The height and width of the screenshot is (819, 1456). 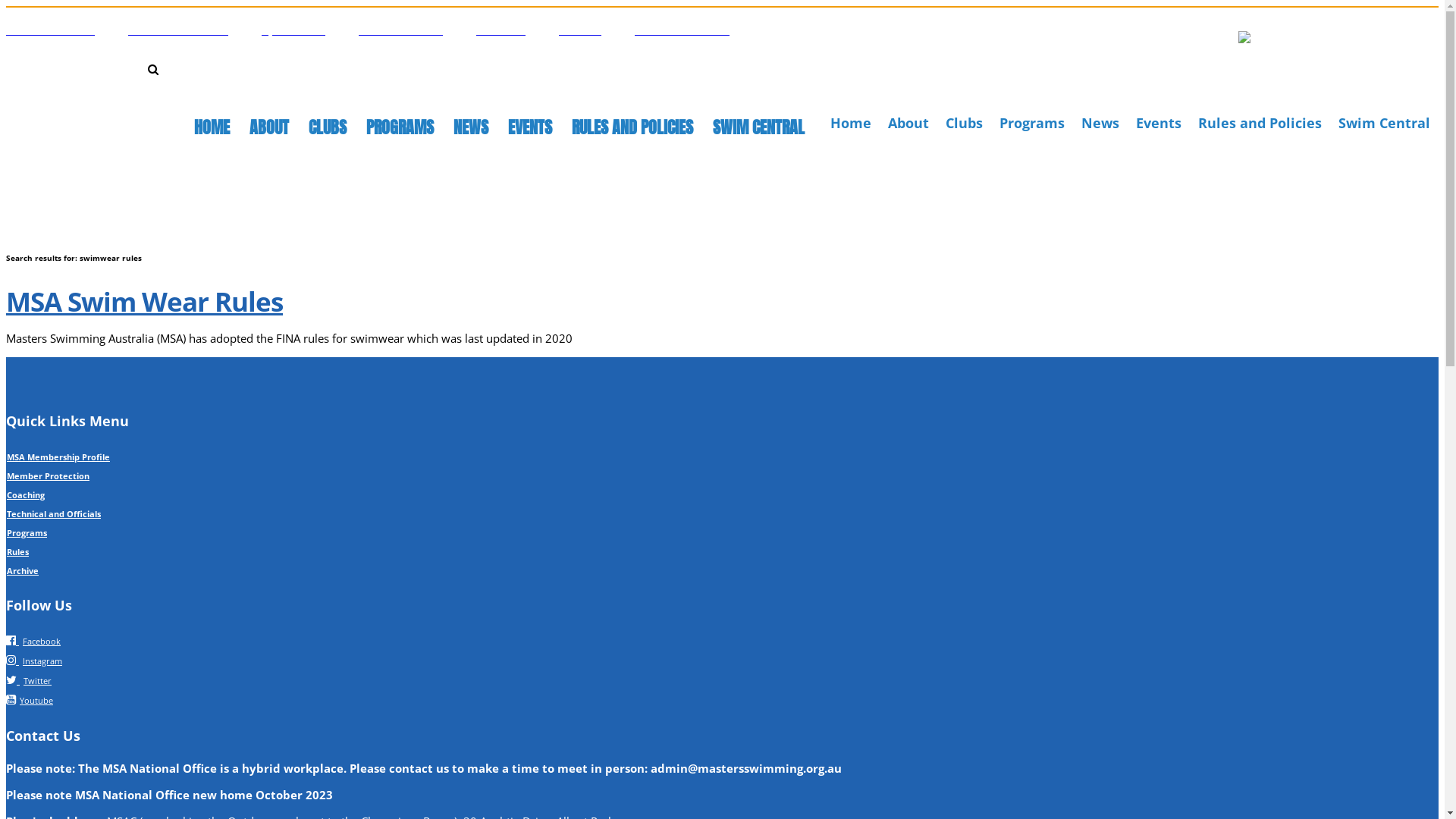 What do you see at coordinates (758, 126) in the screenshot?
I see `'SWIM CENTRAL'` at bounding box center [758, 126].